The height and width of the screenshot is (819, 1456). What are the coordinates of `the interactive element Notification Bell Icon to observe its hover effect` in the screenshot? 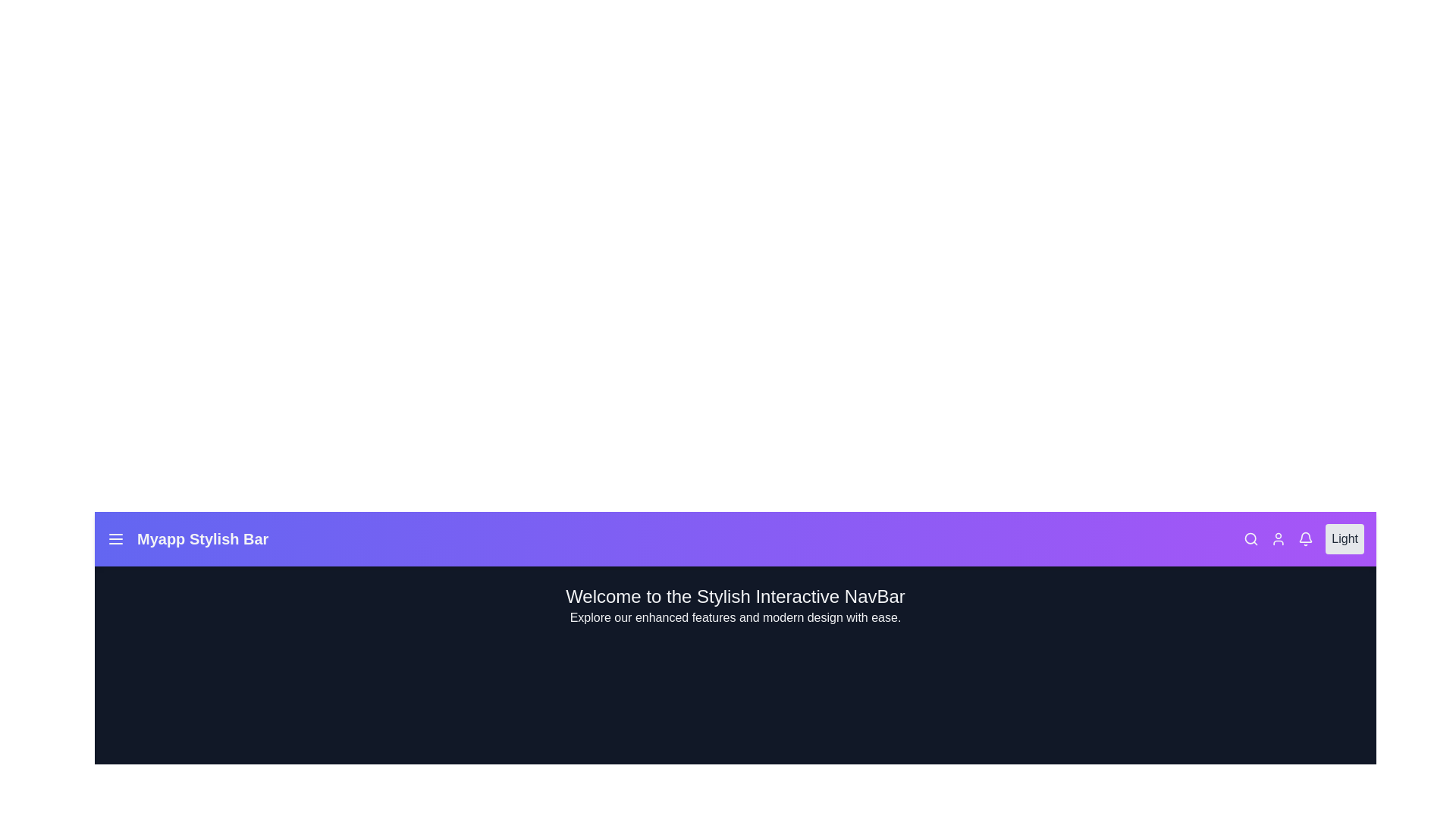 It's located at (1305, 538).